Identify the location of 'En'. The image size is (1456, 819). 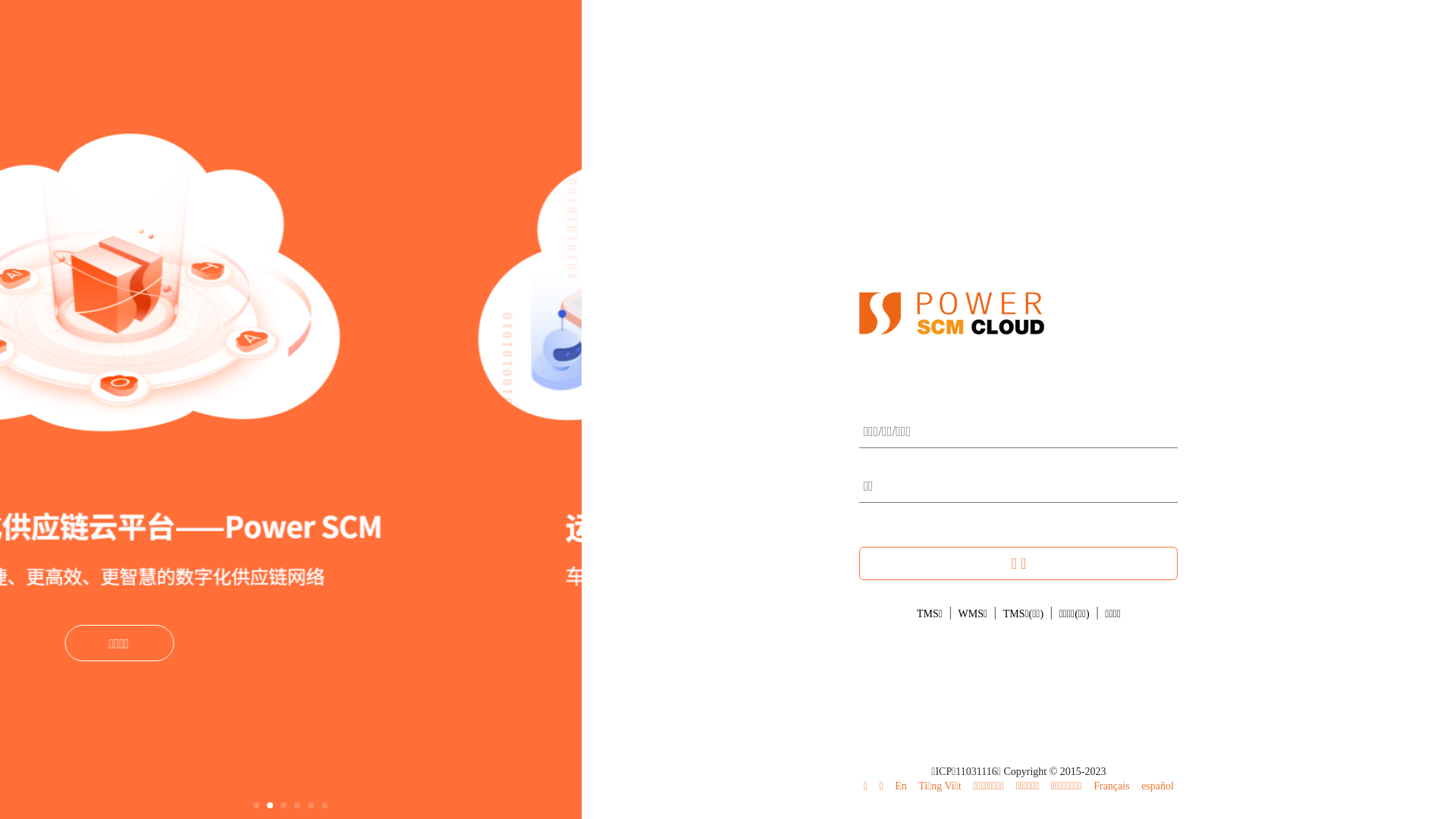
(895, 785).